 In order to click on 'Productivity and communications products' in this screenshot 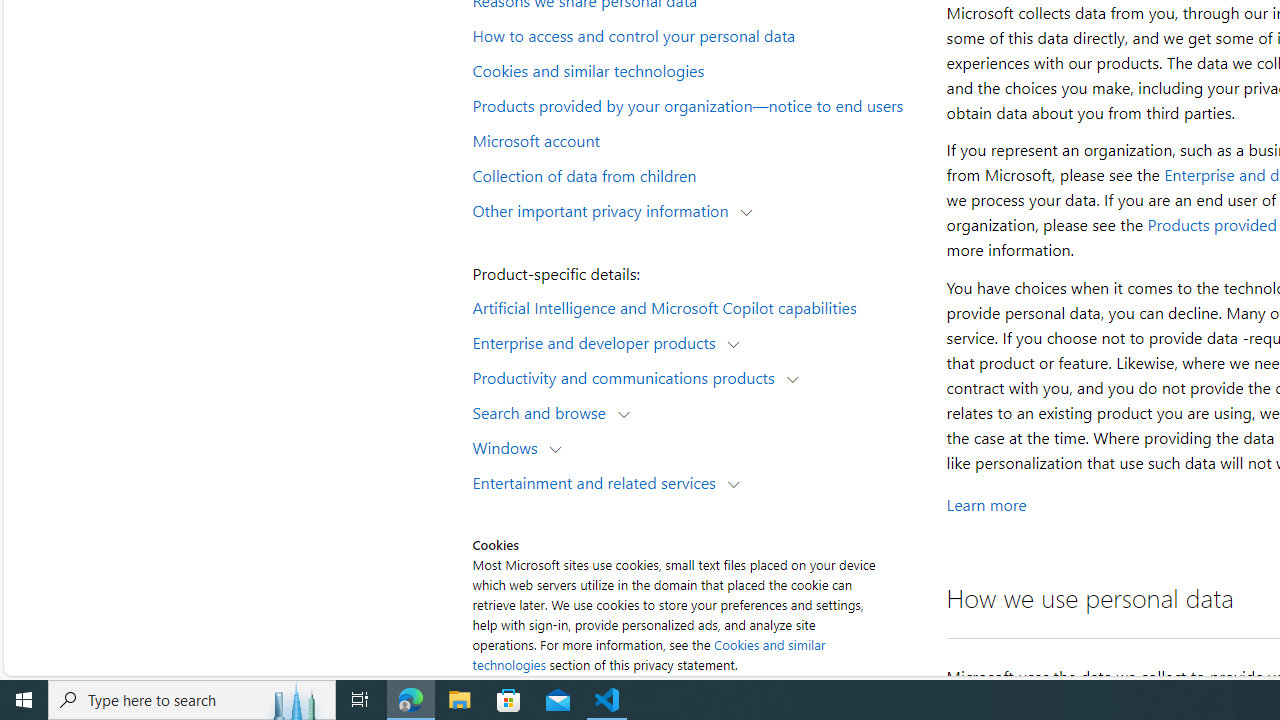, I will do `click(627, 376)`.